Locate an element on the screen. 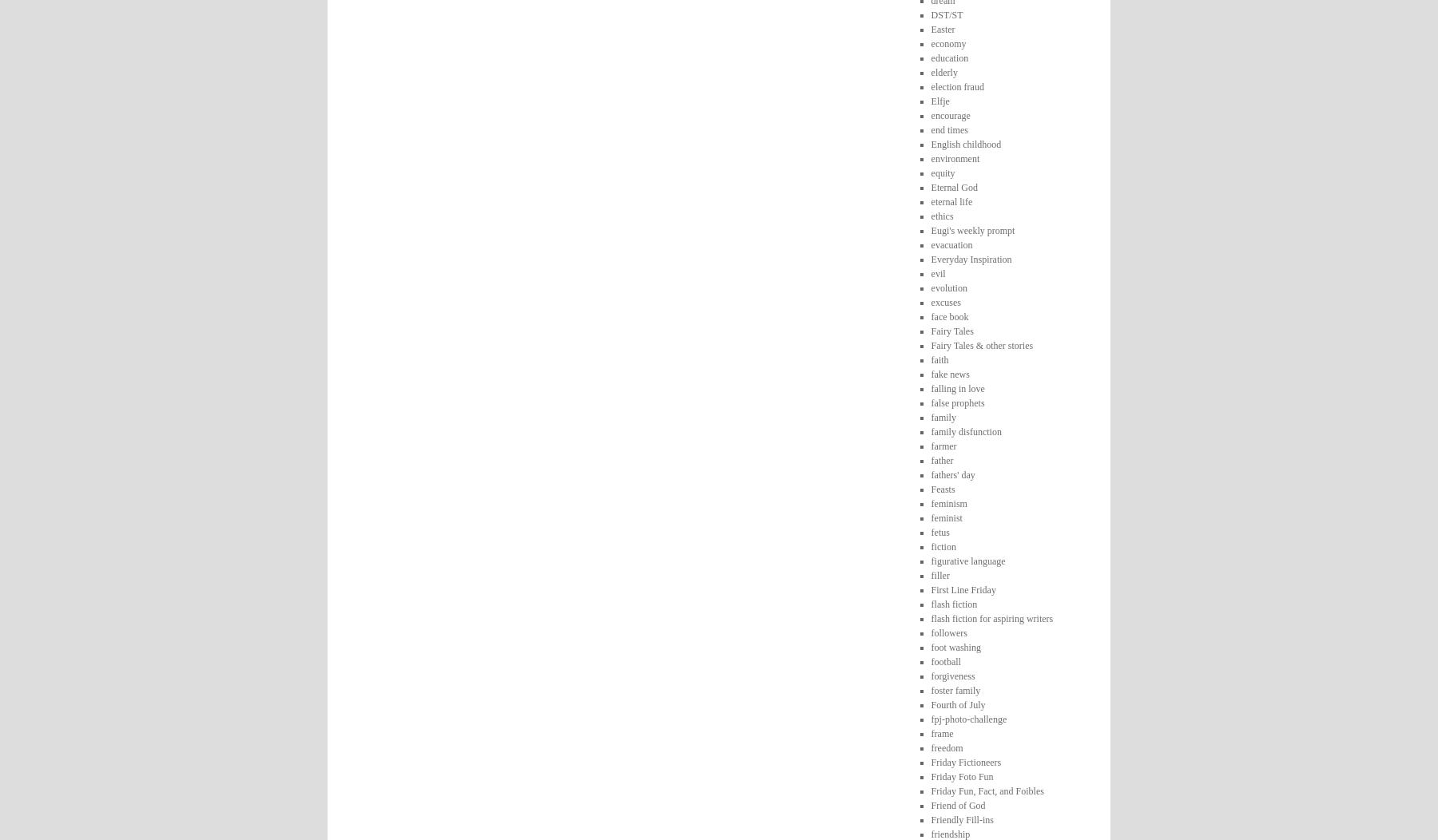  'English childhood' is located at coordinates (965, 143).